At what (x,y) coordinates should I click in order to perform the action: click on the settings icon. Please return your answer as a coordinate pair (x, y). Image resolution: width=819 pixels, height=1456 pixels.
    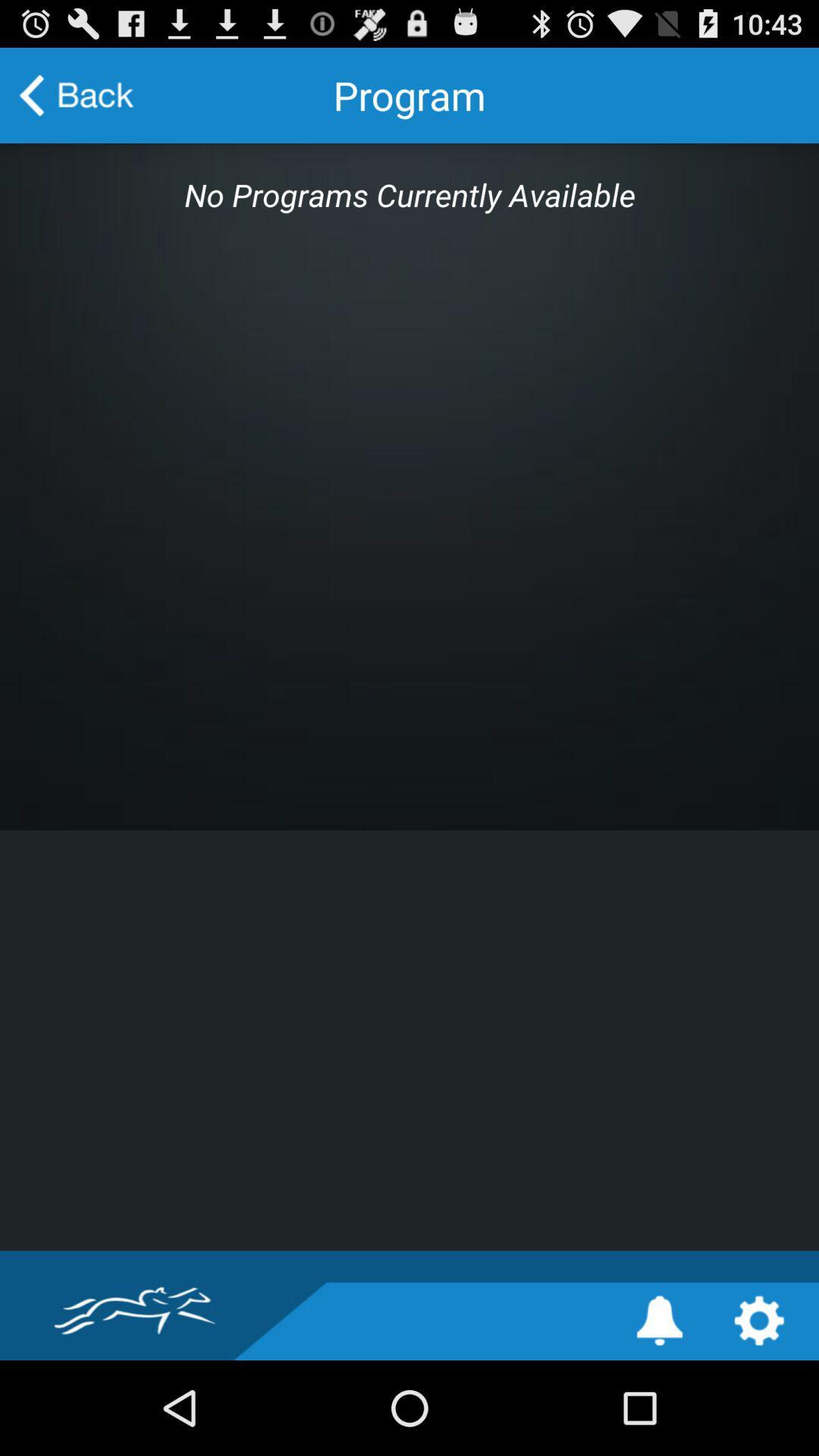
    Looking at the image, I should click on (759, 1412).